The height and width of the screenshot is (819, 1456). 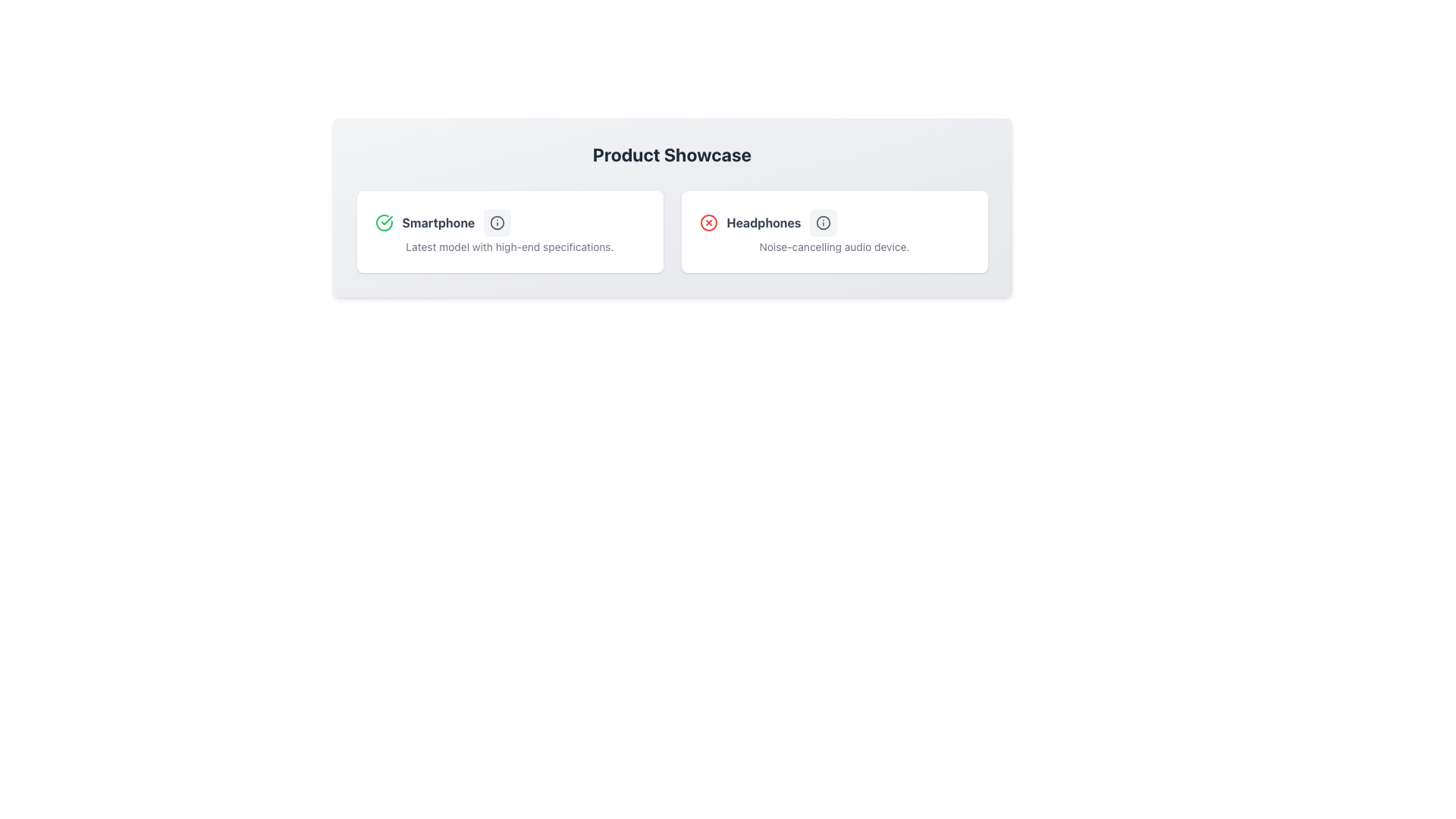 What do you see at coordinates (497, 222) in the screenshot?
I see `the icon component represented as a circle adjacent to the 'Smartphone' label in the interface` at bounding box center [497, 222].